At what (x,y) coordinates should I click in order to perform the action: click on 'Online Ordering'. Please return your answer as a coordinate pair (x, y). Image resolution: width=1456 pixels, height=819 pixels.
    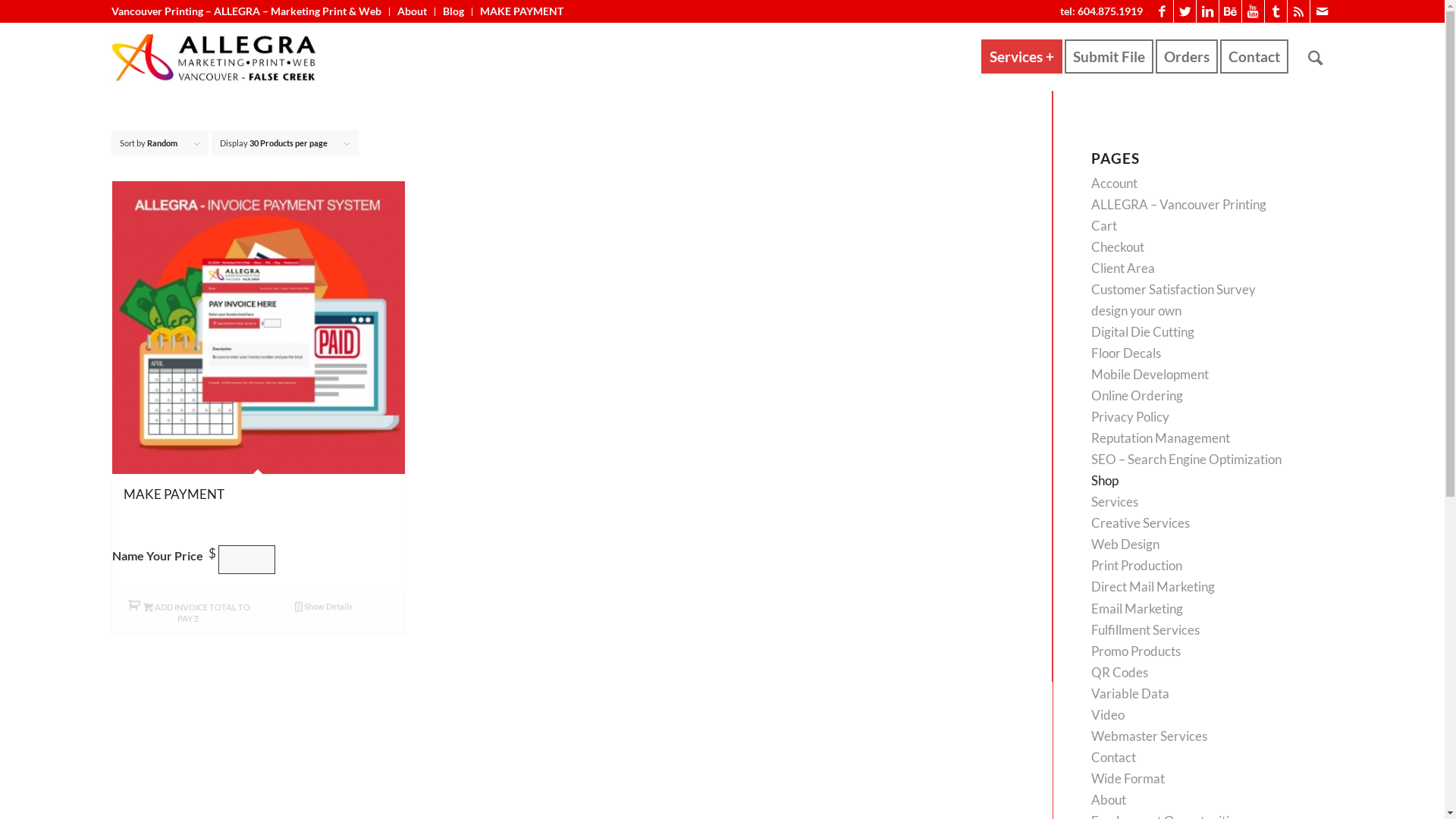
    Looking at the image, I should click on (1137, 394).